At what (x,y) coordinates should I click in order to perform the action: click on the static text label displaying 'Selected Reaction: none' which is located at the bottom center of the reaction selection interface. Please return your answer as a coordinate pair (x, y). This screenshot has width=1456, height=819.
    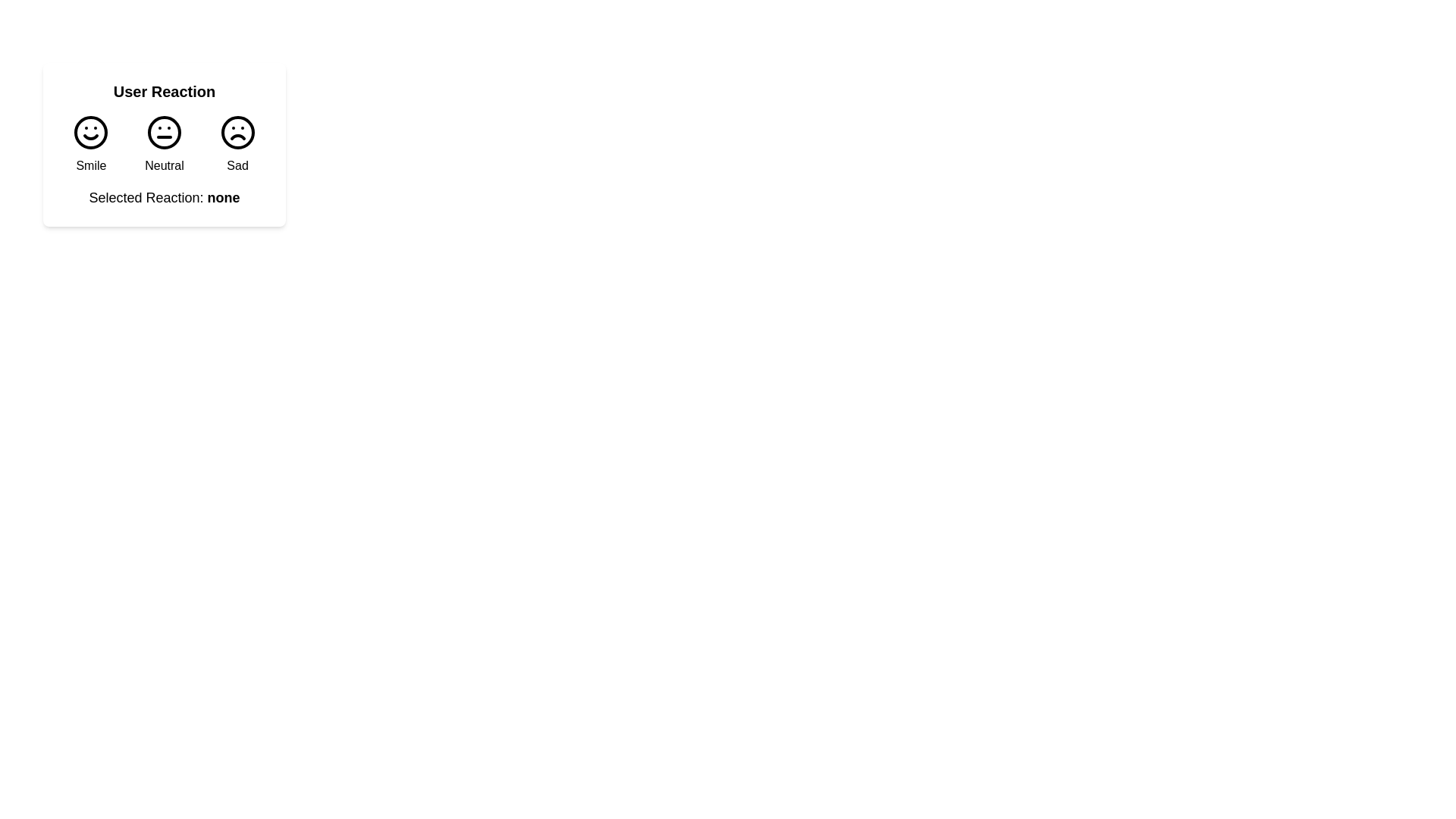
    Looking at the image, I should click on (164, 197).